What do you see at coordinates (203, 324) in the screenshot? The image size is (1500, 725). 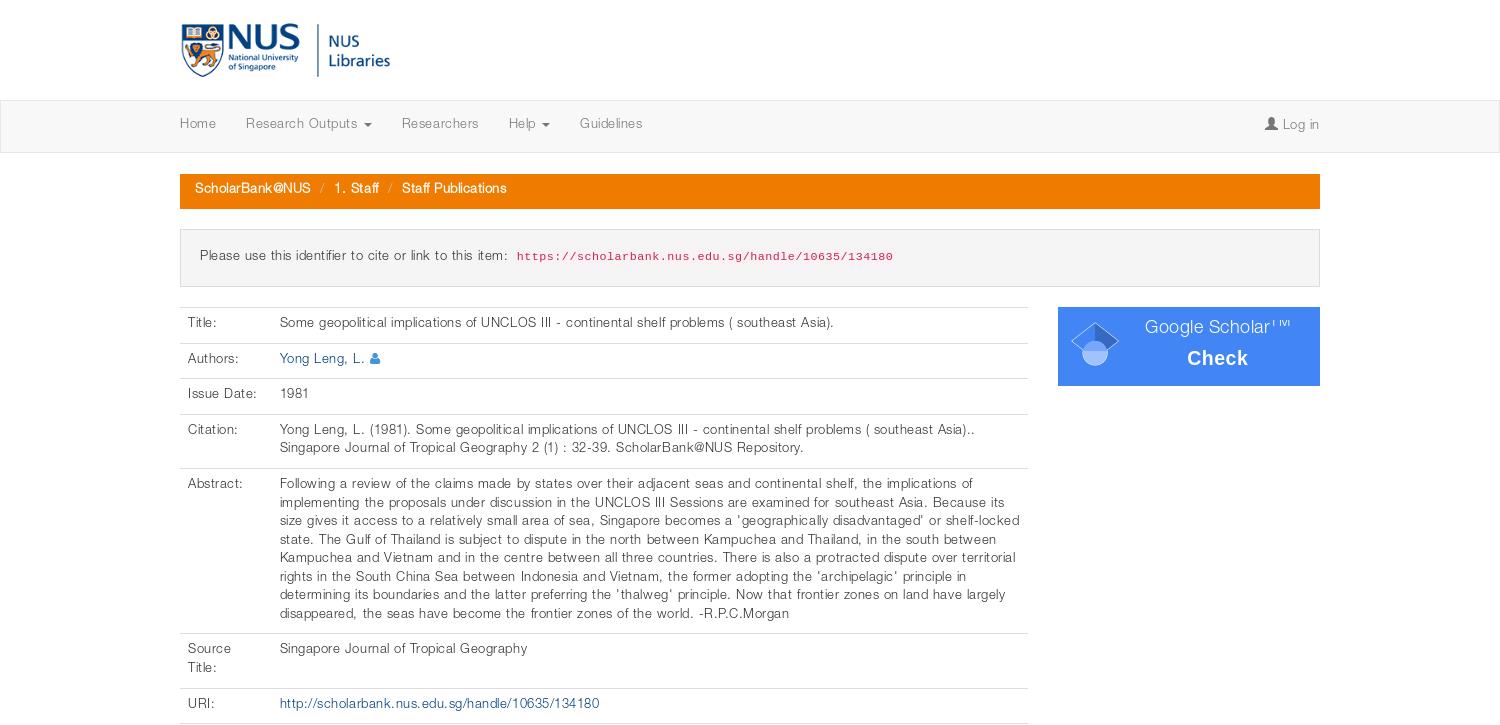 I see `'Title:'` at bounding box center [203, 324].